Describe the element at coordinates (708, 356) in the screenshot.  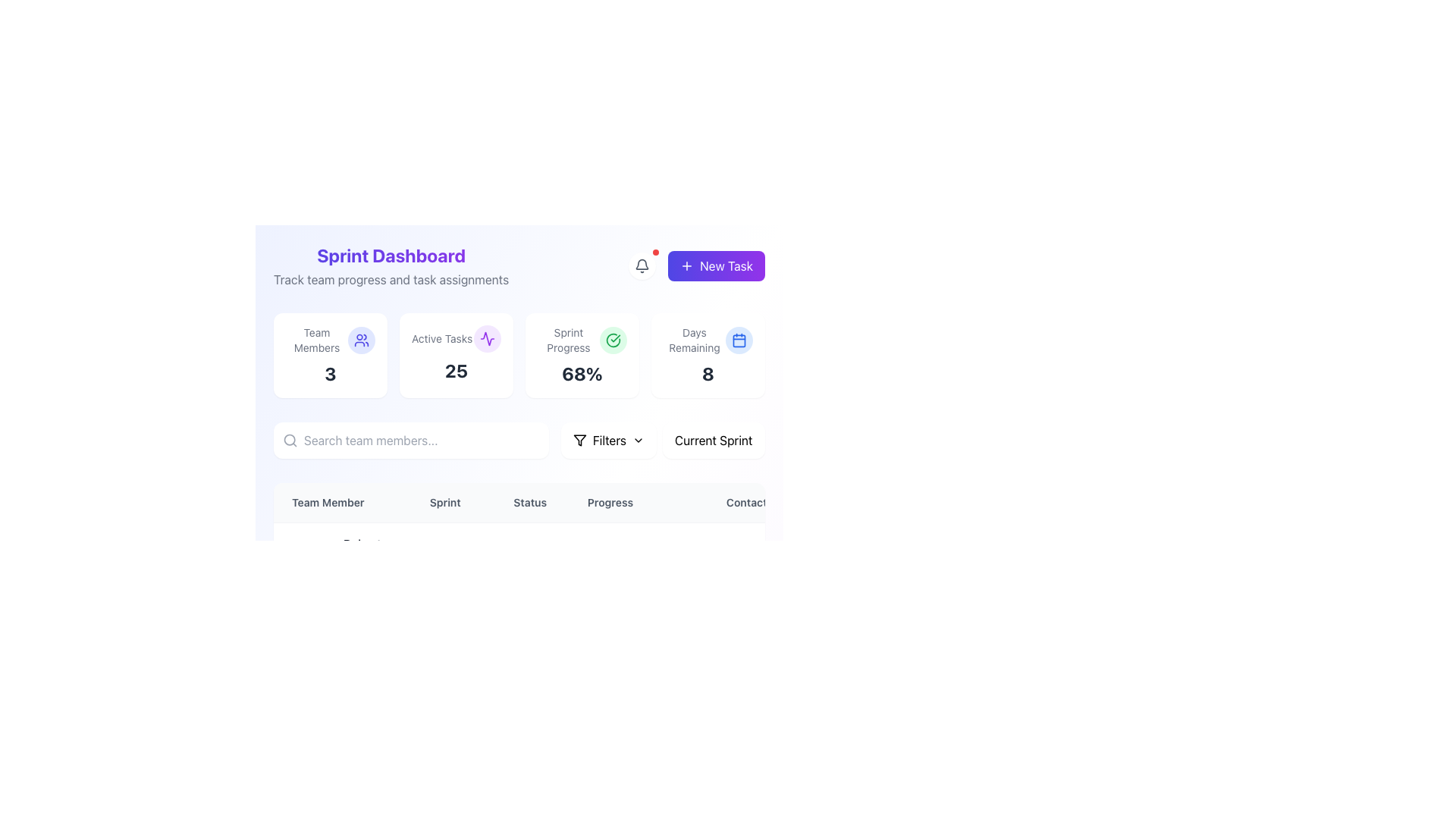
I see `the informational card located at the bottom-right corner of the grid layout, which displays the number of days remaining for a specific context` at that location.